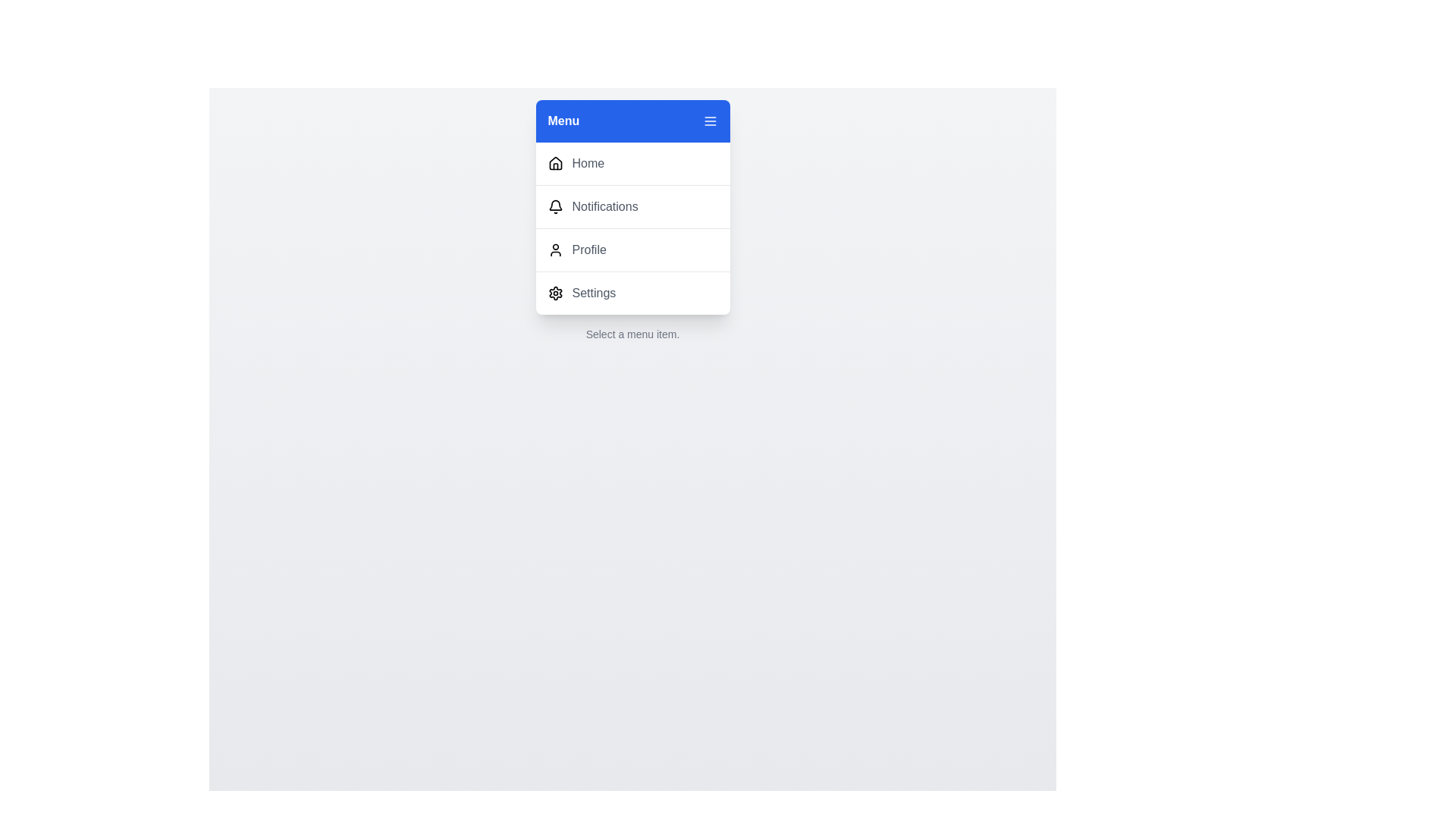 This screenshot has height=819, width=1456. What do you see at coordinates (632, 164) in the screenshot?
I see `the menu item Home from the menu` at bounding box center [632, 164].